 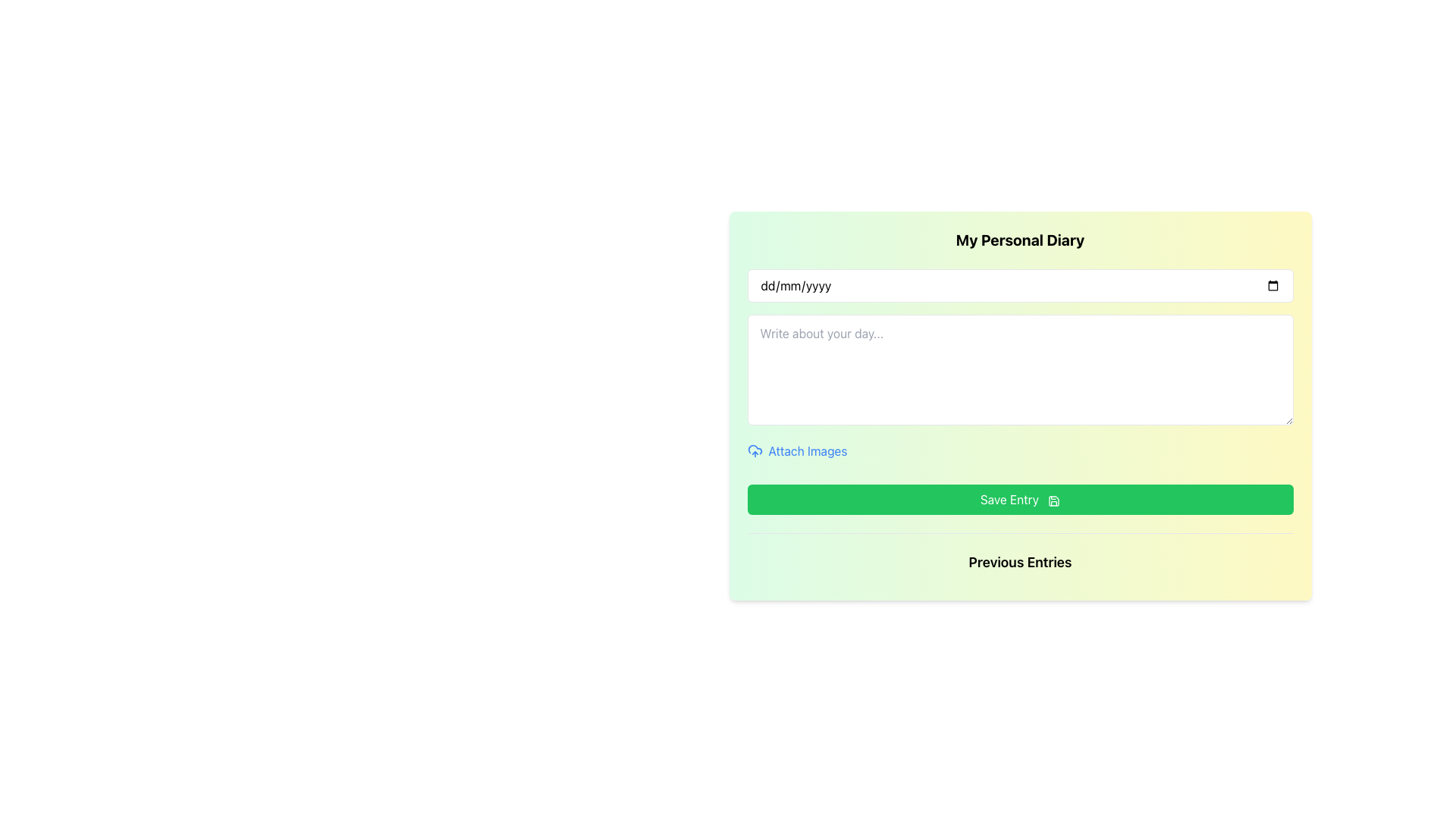 What do you see at coordinates (1020, 239) in the screenshot?
I see `the bold-text title labeled 'My Personal Diary' which is positioned at the top of a gradient card layout with a green to yellow background` at bounding box center [1020, 239].